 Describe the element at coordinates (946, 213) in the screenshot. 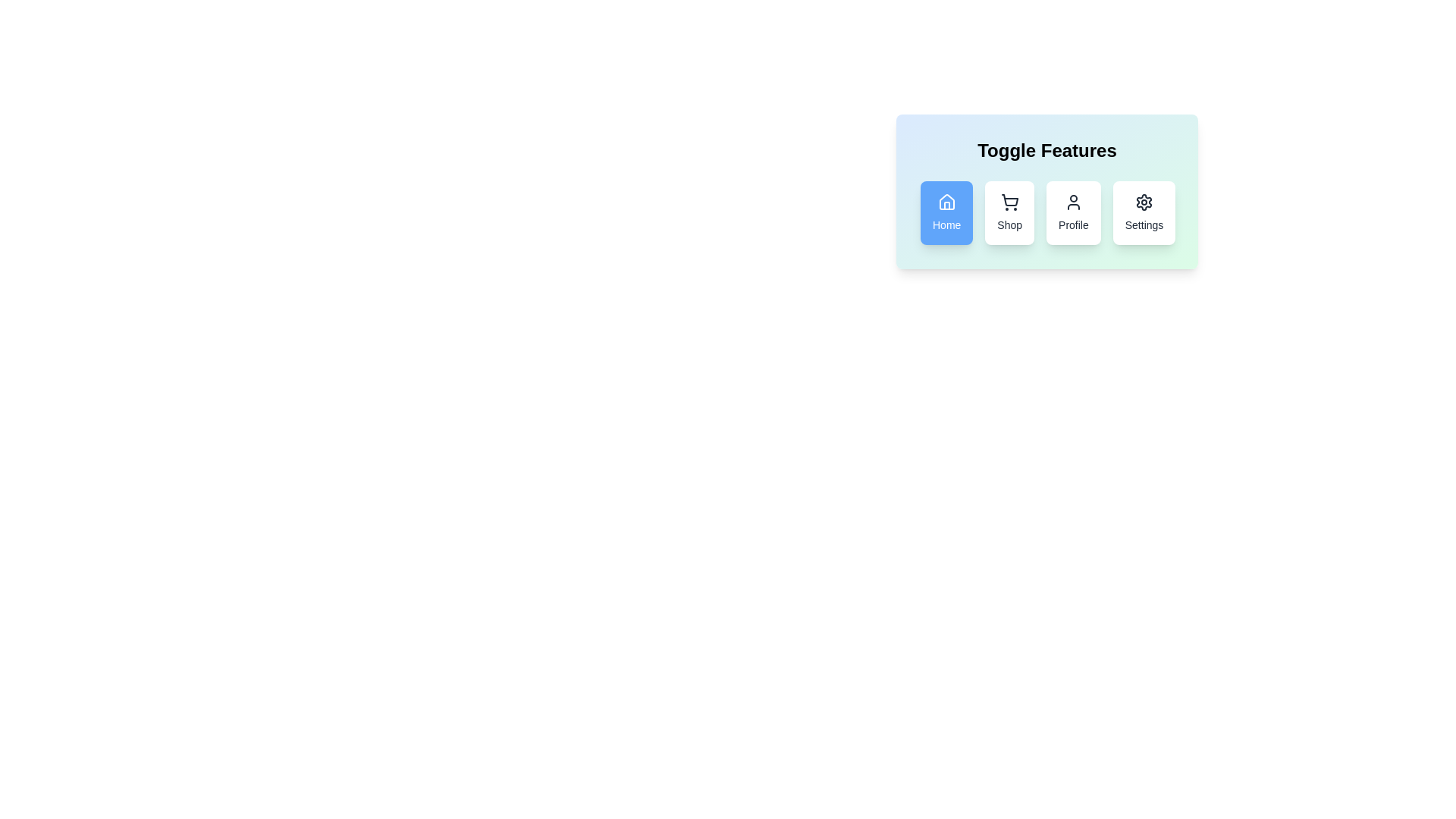

I see `the feature corresponding to Home` at that location.